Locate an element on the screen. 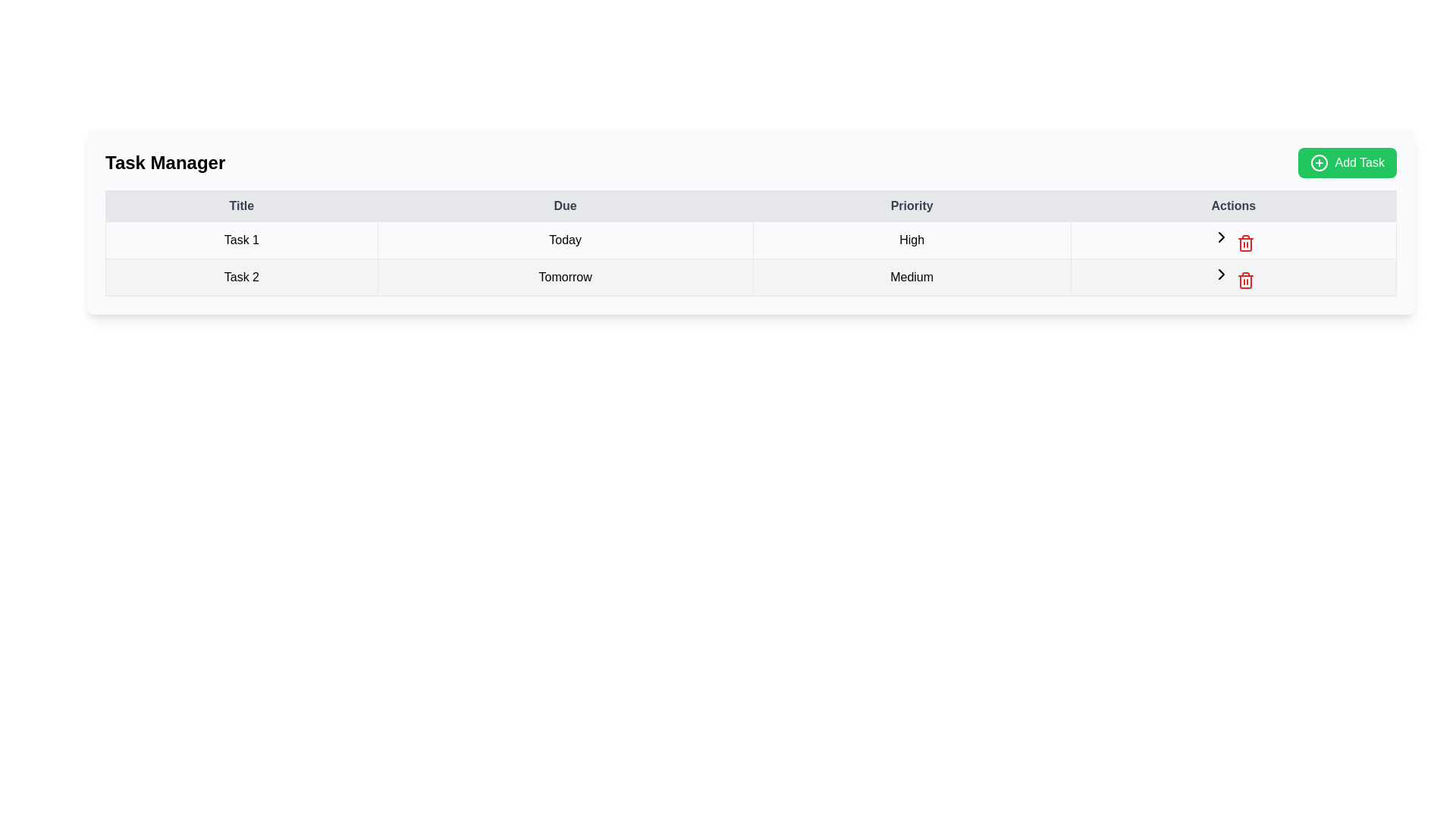  the 'Actions' column header, which is a rectangular element with a gray background and bold, black font, positioned as the last column in a four-column table is located at coordinates (1233, 206).